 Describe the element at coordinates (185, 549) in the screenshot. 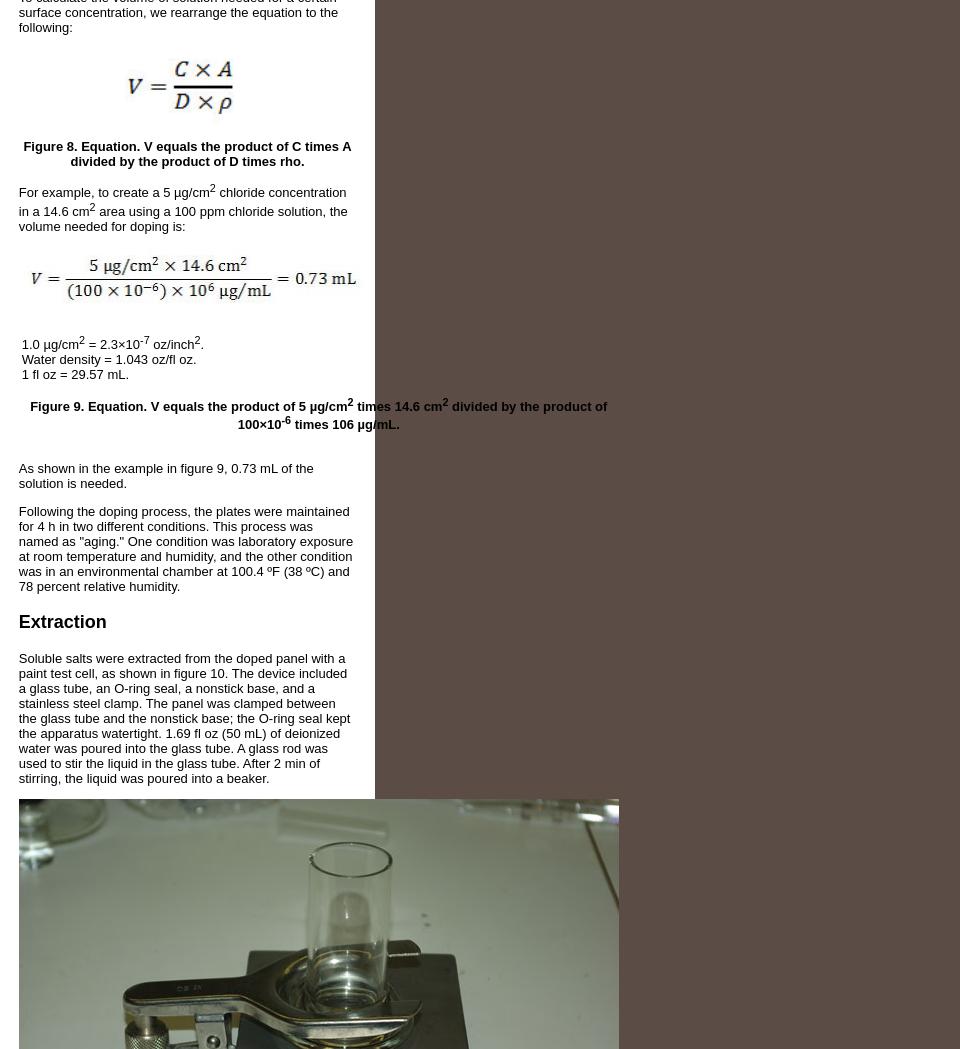

I see `'Following the doping process, the plates were maintained for
4 h in two different conditions. This process was named as "aging." One
condition was laboratory exposure at room temperature and humidity, and the
other condition was in an environmental chamber at 100.4 ºF (38 ºC) and 78
percent relative humidity.'` at that location.